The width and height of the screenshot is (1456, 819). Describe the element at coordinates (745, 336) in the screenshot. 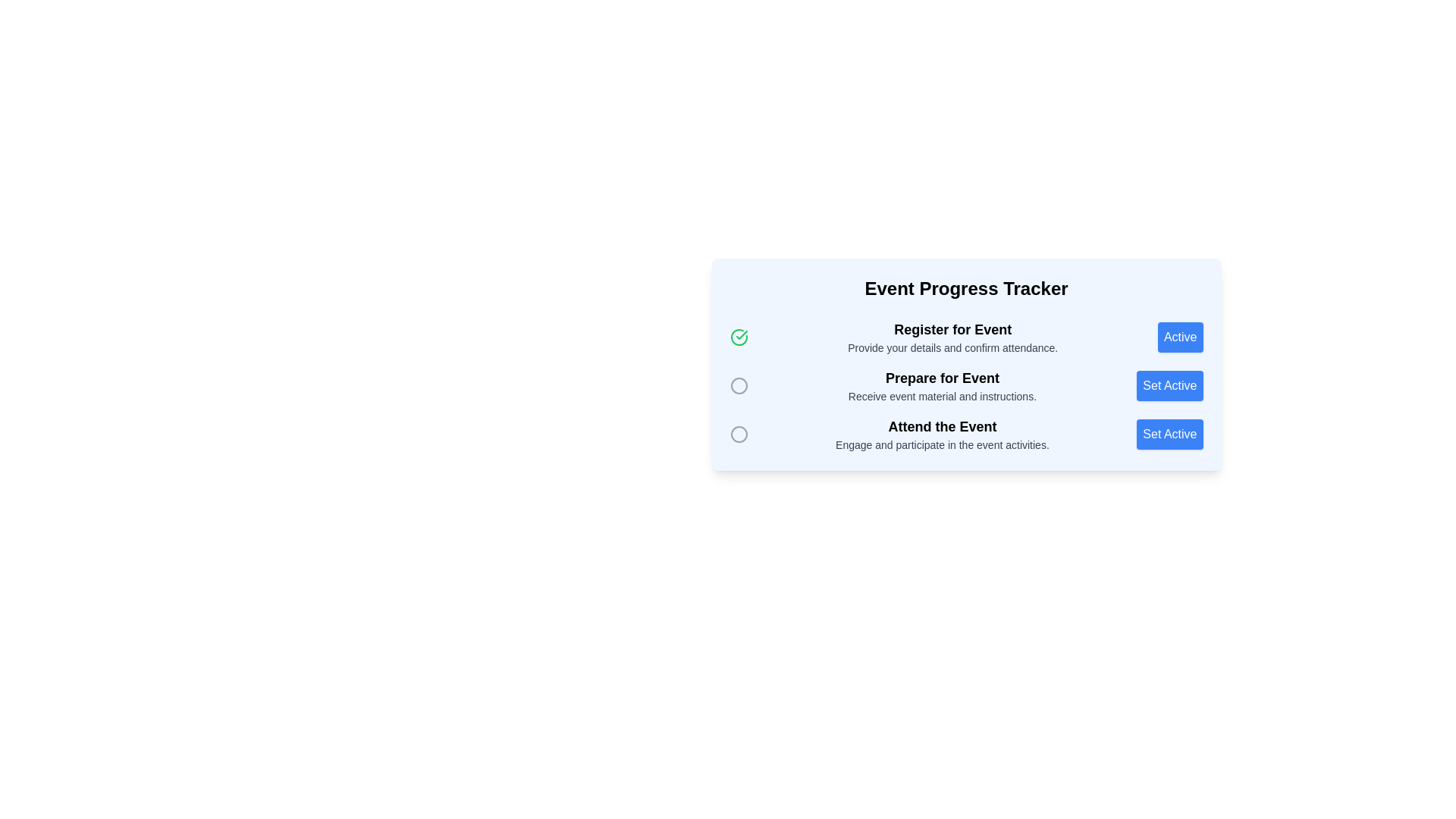

I see `the circular icon with a green checkmark indicating a completed state, located to the left of the 'Register for Event' text in the 'Event Progress Tracker' section` at that location.